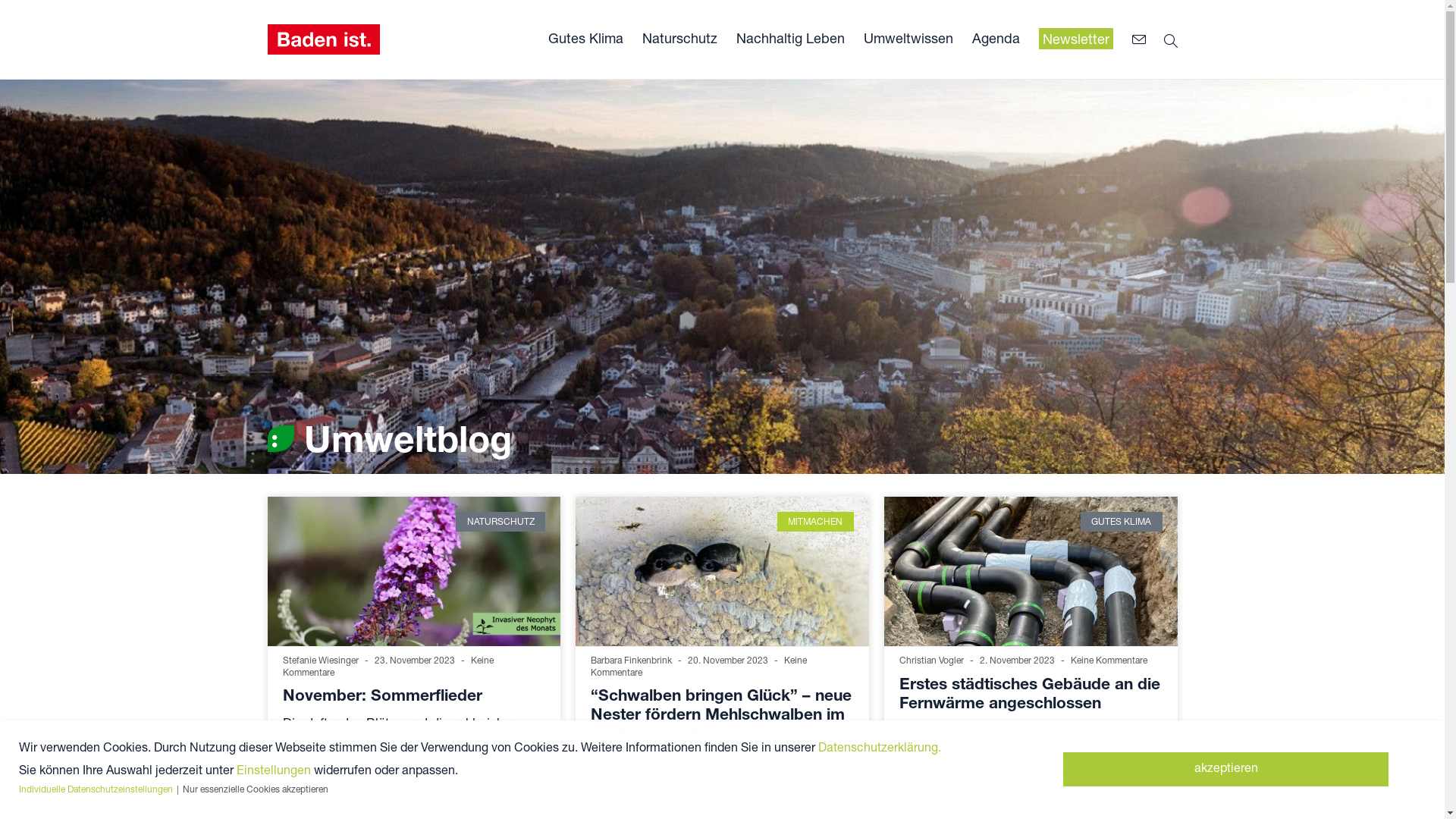 The image size is (1456, 819). What do you see at coordinates (1225, 769) in the screenshot?
I see `'akzeptieren'` at bounding box center [1225, 769].